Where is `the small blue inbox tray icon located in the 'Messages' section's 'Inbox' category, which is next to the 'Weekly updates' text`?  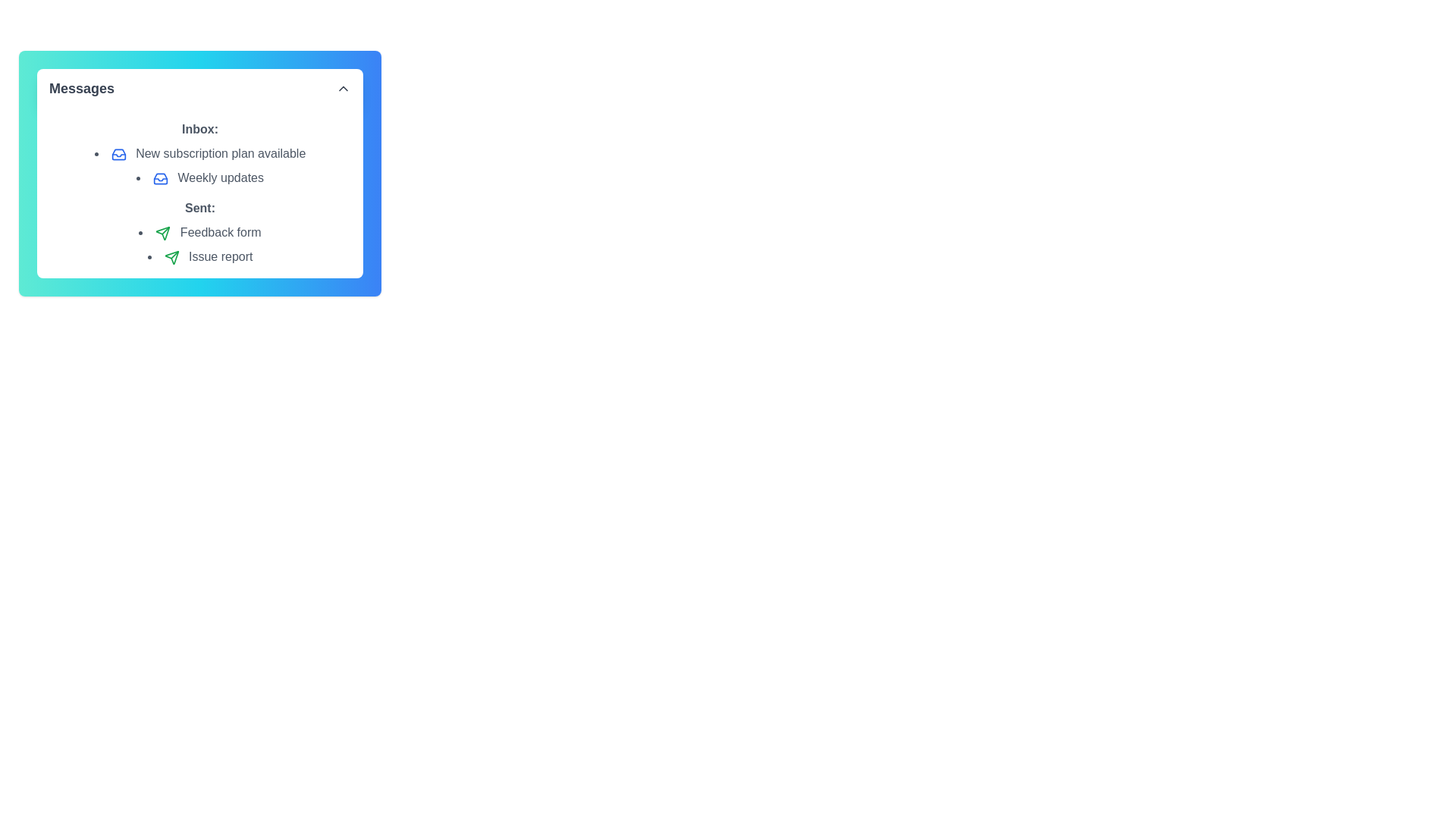
the small blue inbox tray icon located in the 'Messages' section's 'Inbox' category, which is next to the 'Weekly updates' text is located at coordinates (160, 177).